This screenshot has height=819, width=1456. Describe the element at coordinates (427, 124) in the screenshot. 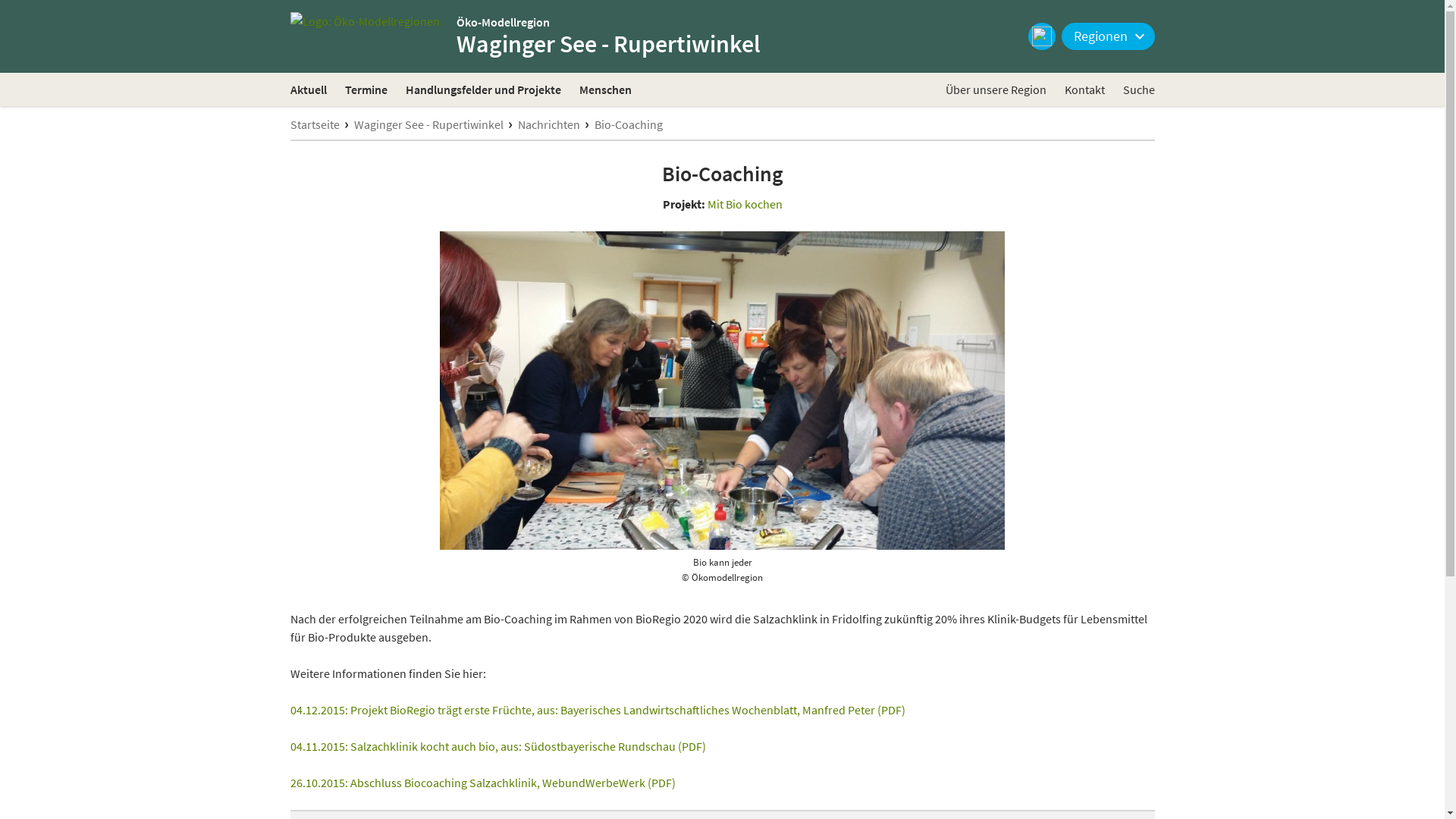

I see `'Waginger See - Rupertiwinkel'` at that location.